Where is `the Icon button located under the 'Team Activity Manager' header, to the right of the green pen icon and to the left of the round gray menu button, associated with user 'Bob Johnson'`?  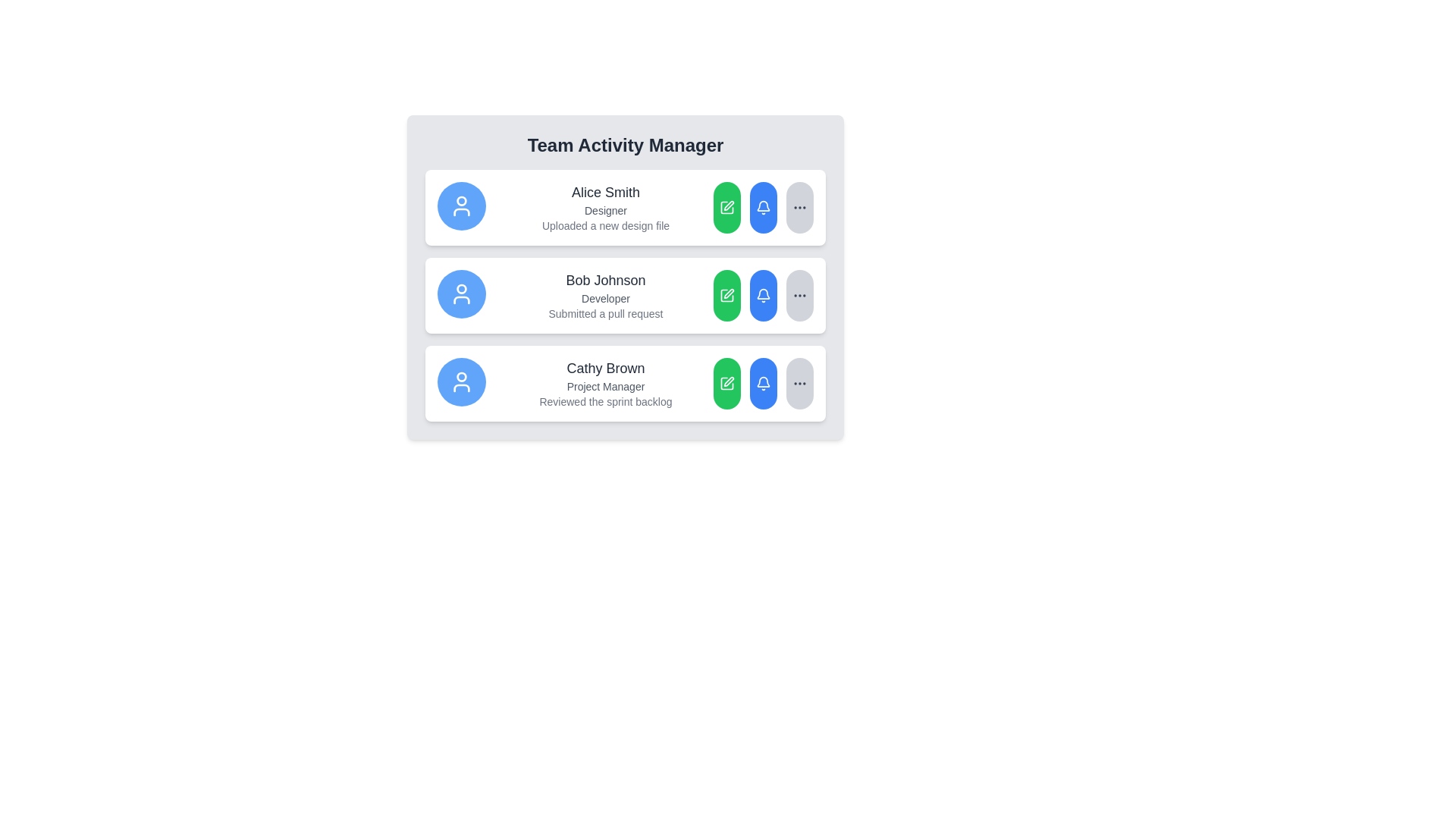
the Icon button located under the 'Team Activity Manager' header, to the right of the green pen icon and to the left of the round gray menu button, associated with user 'Bob Johnson' is located at coordinates (764, 207).